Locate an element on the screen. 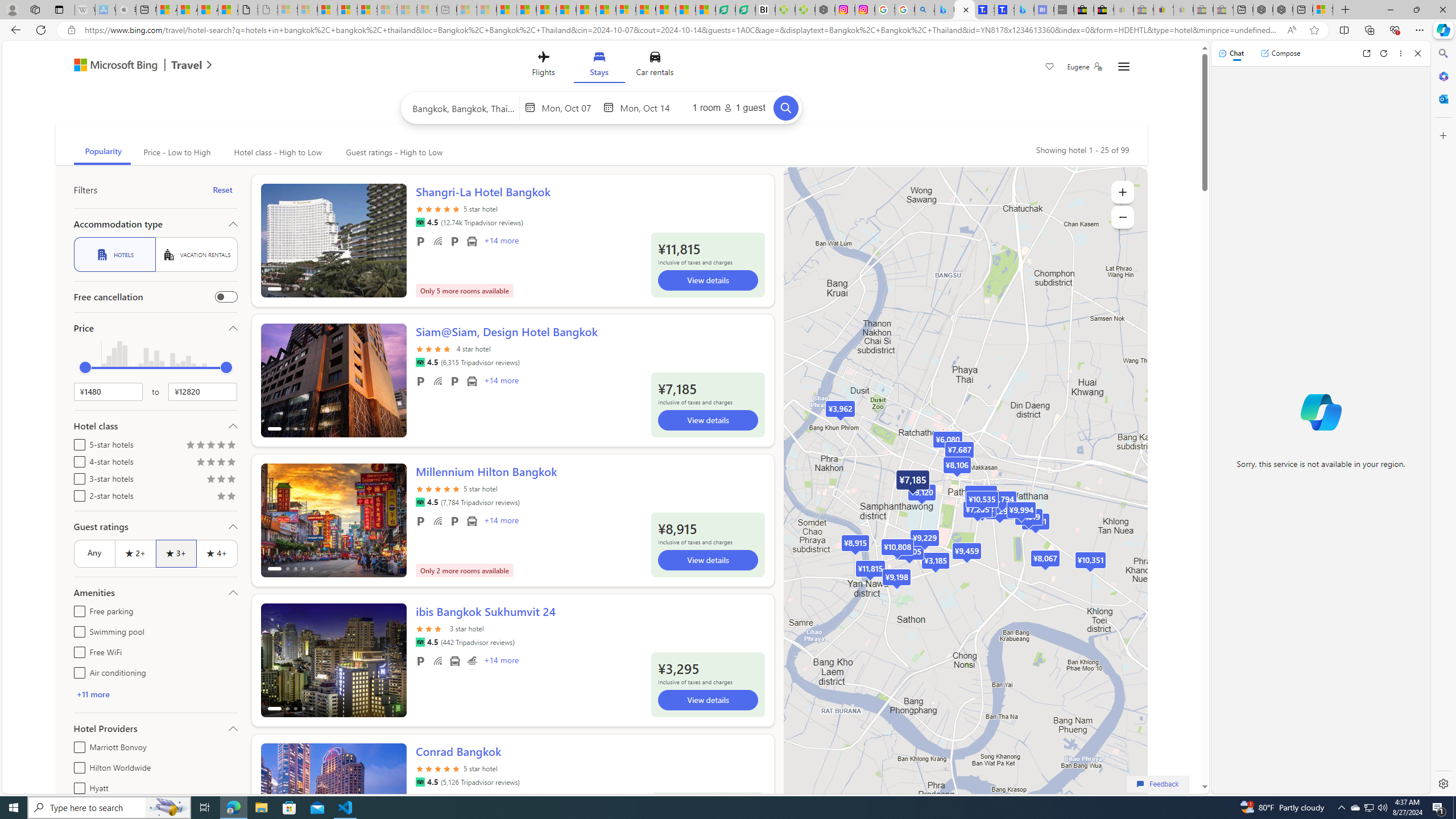 The width and height of the screenshot is (1456, 819). 'Any' is located at coordinates (93, 553).